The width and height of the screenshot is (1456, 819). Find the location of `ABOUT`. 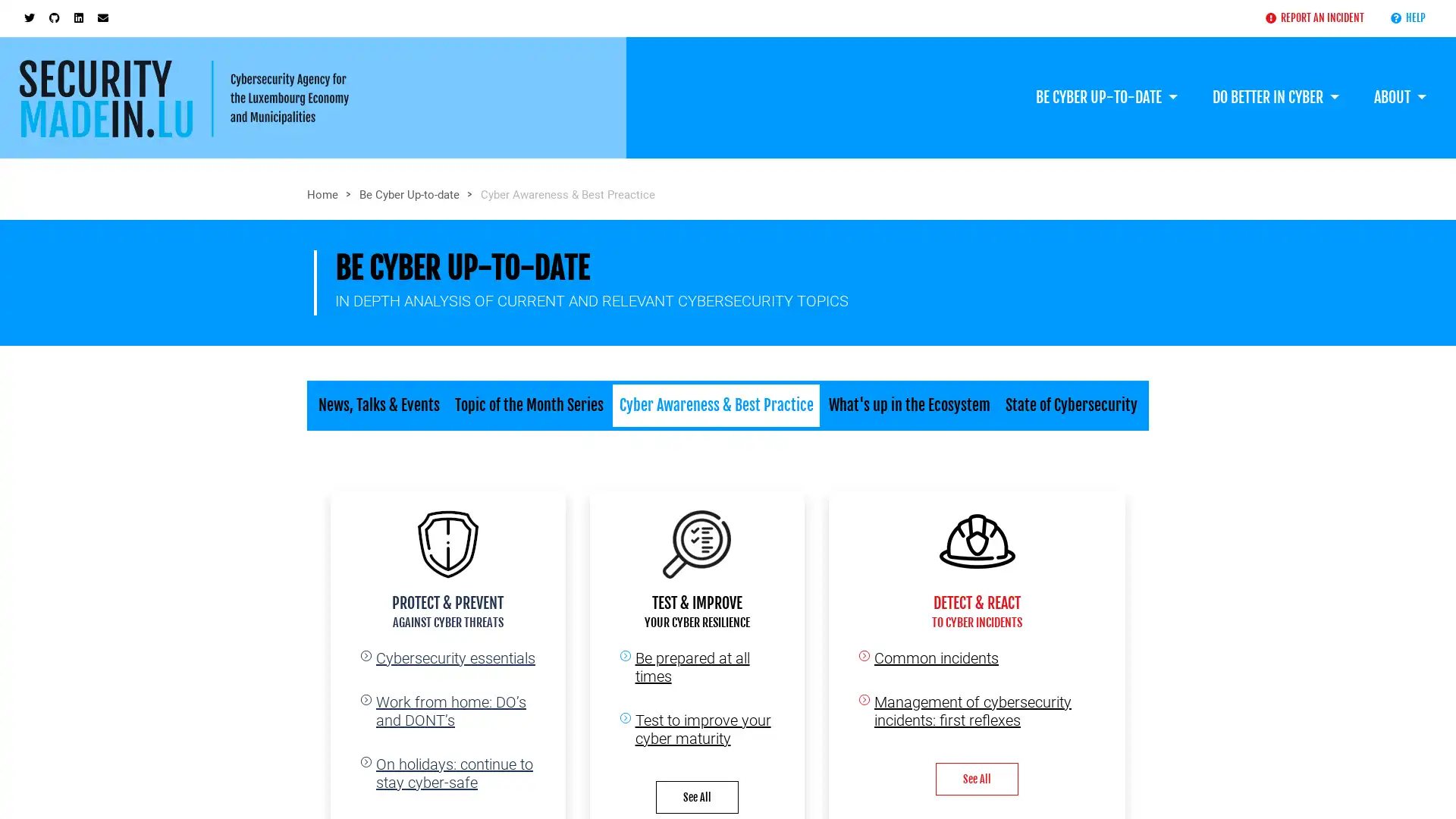

ABOUT is located at coordinates (1399, 82).